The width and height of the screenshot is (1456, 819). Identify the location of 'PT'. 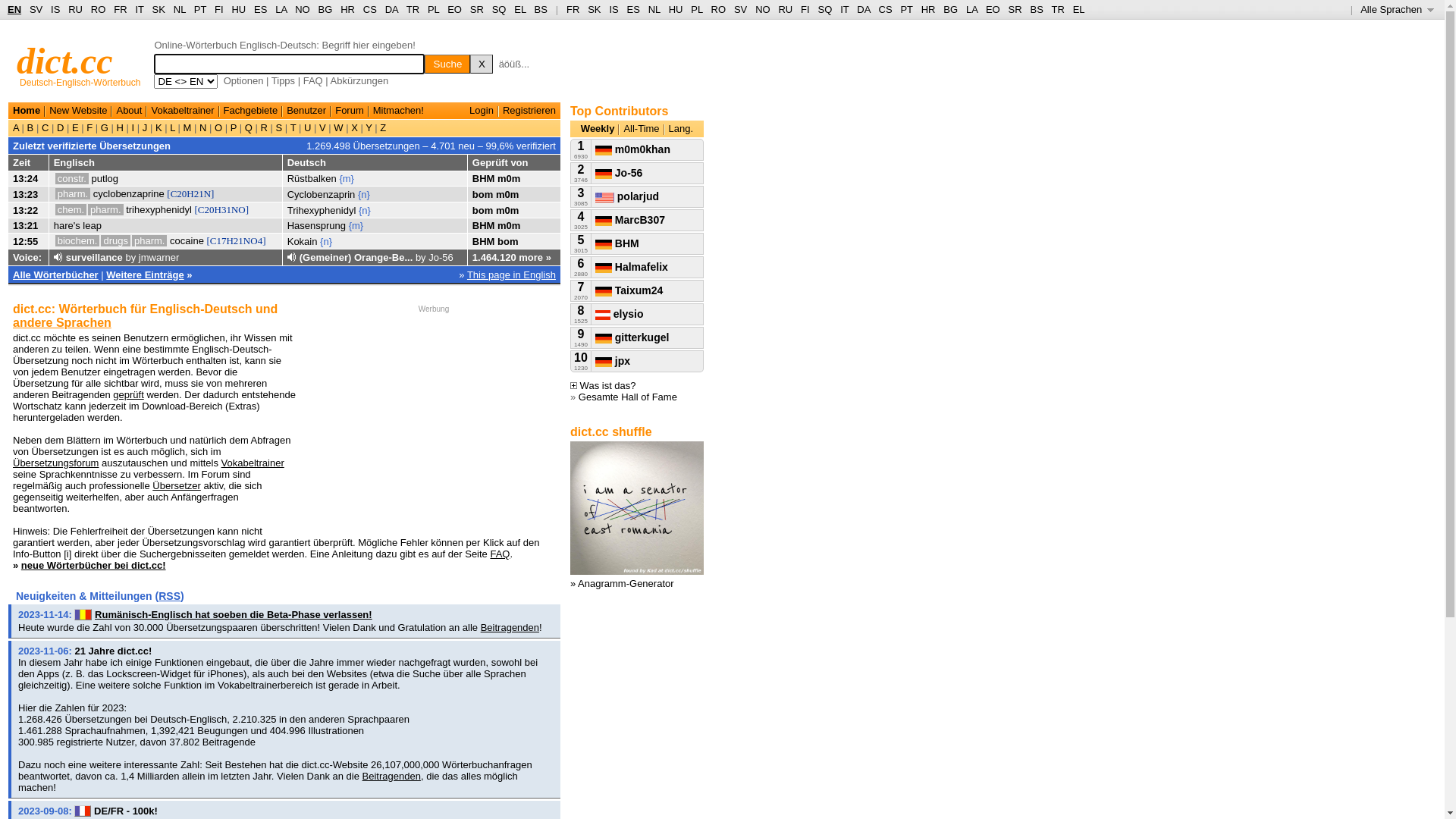
(899, 9).